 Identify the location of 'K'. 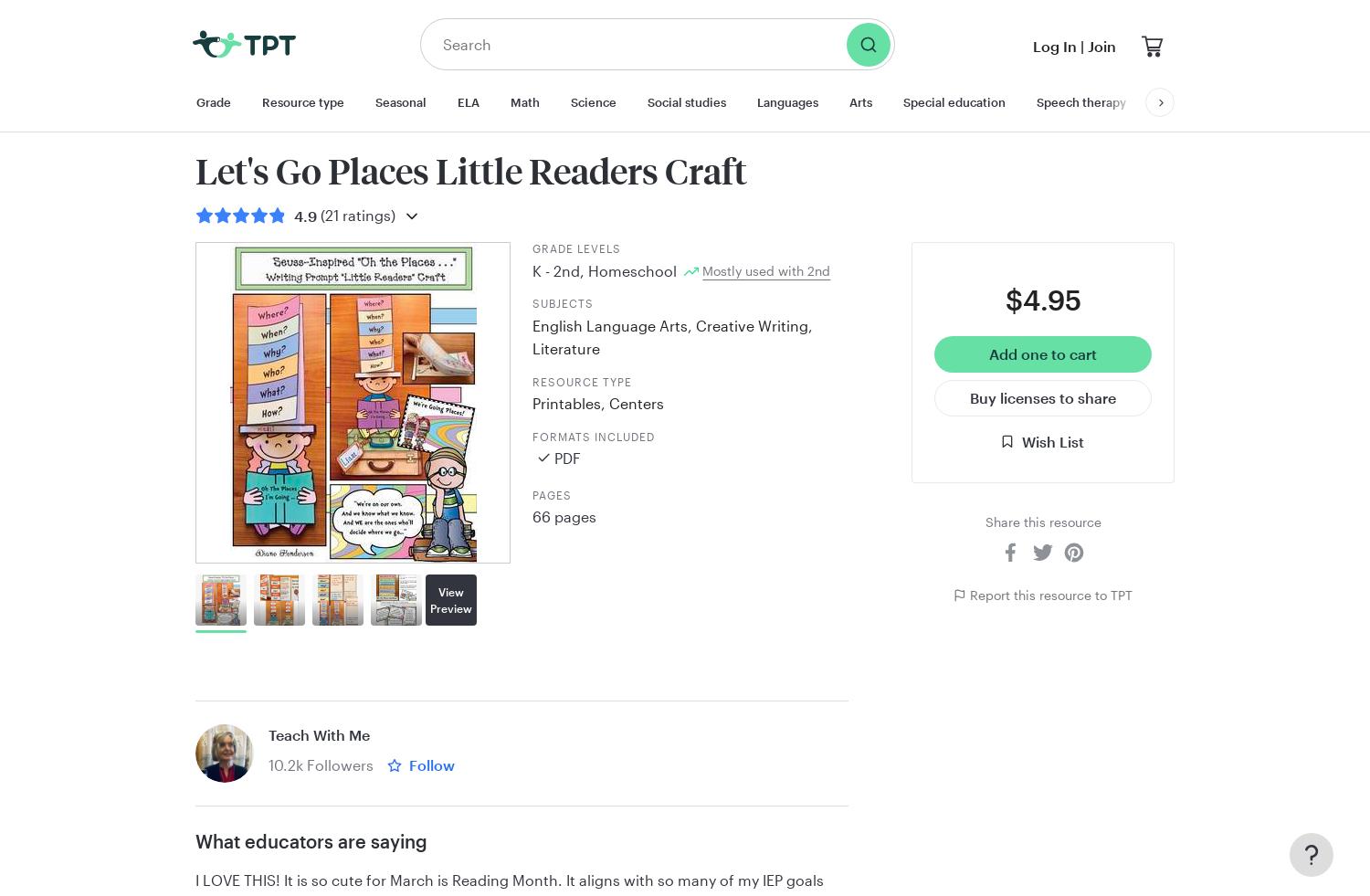
(532, 269).